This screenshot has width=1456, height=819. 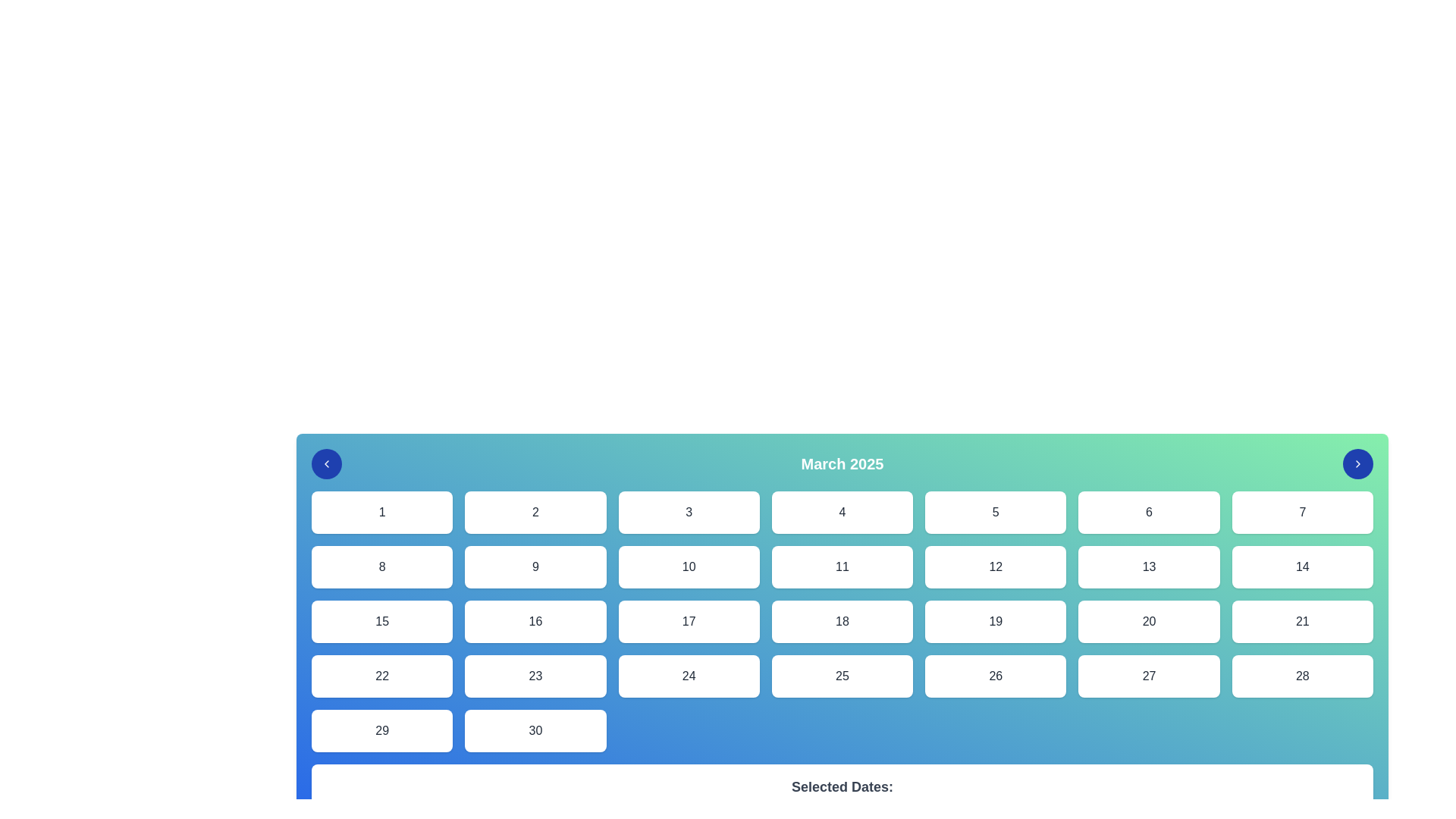 What do you see at coordinates (841, 567) in the screenshot?
I see `the button labeled '11', which is a rectangular button with rounded corners, a white background, and medium-sized text` at bounding box center [841, 567].